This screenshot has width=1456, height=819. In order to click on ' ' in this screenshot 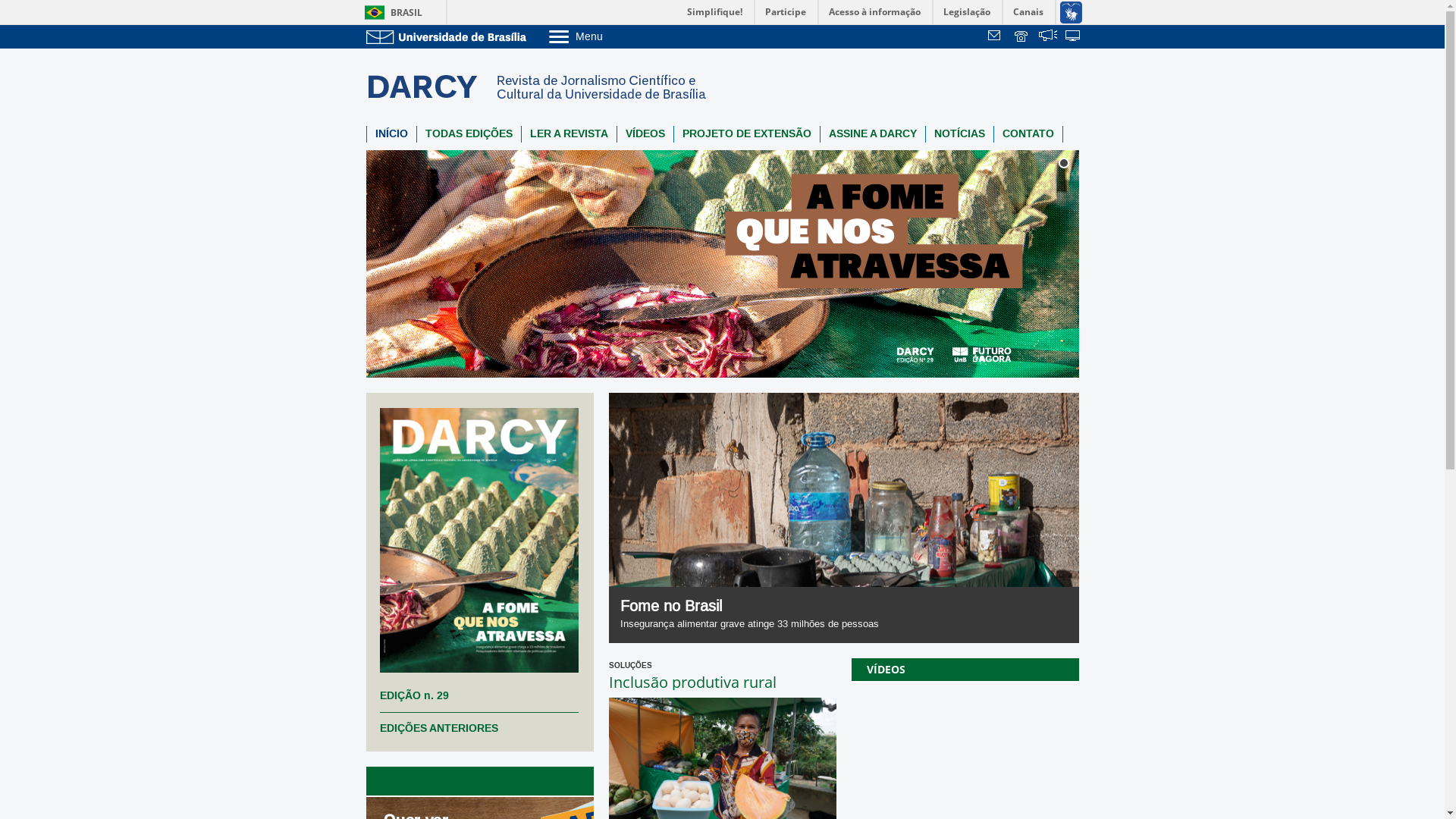, I will do `click(1037, 36)`.